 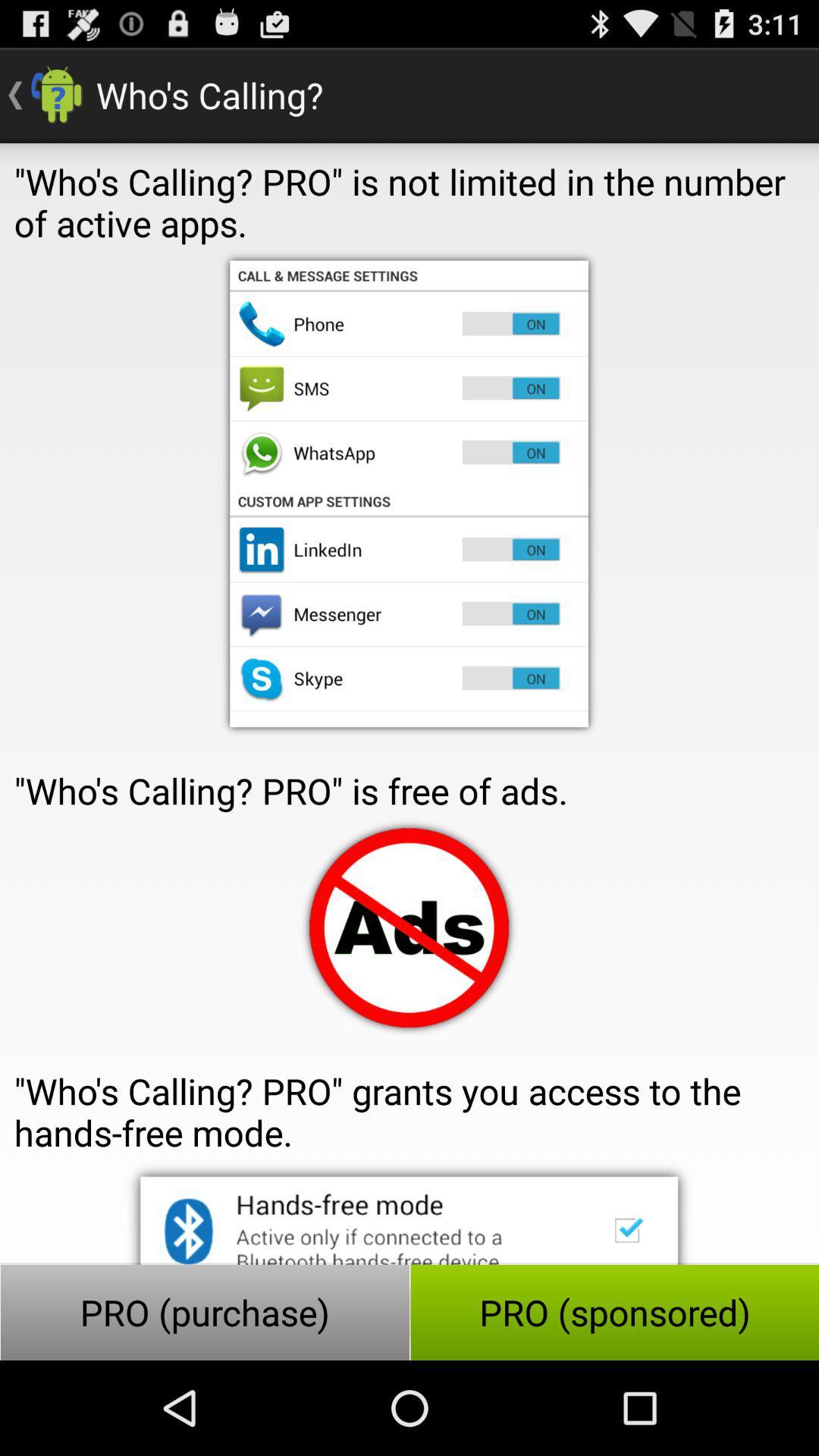 What do you see at coordinates (614, 1312) in the screenshot?
I see `the pro (sponsored) at the bottom right corner` at bounding box center [614, 1312].